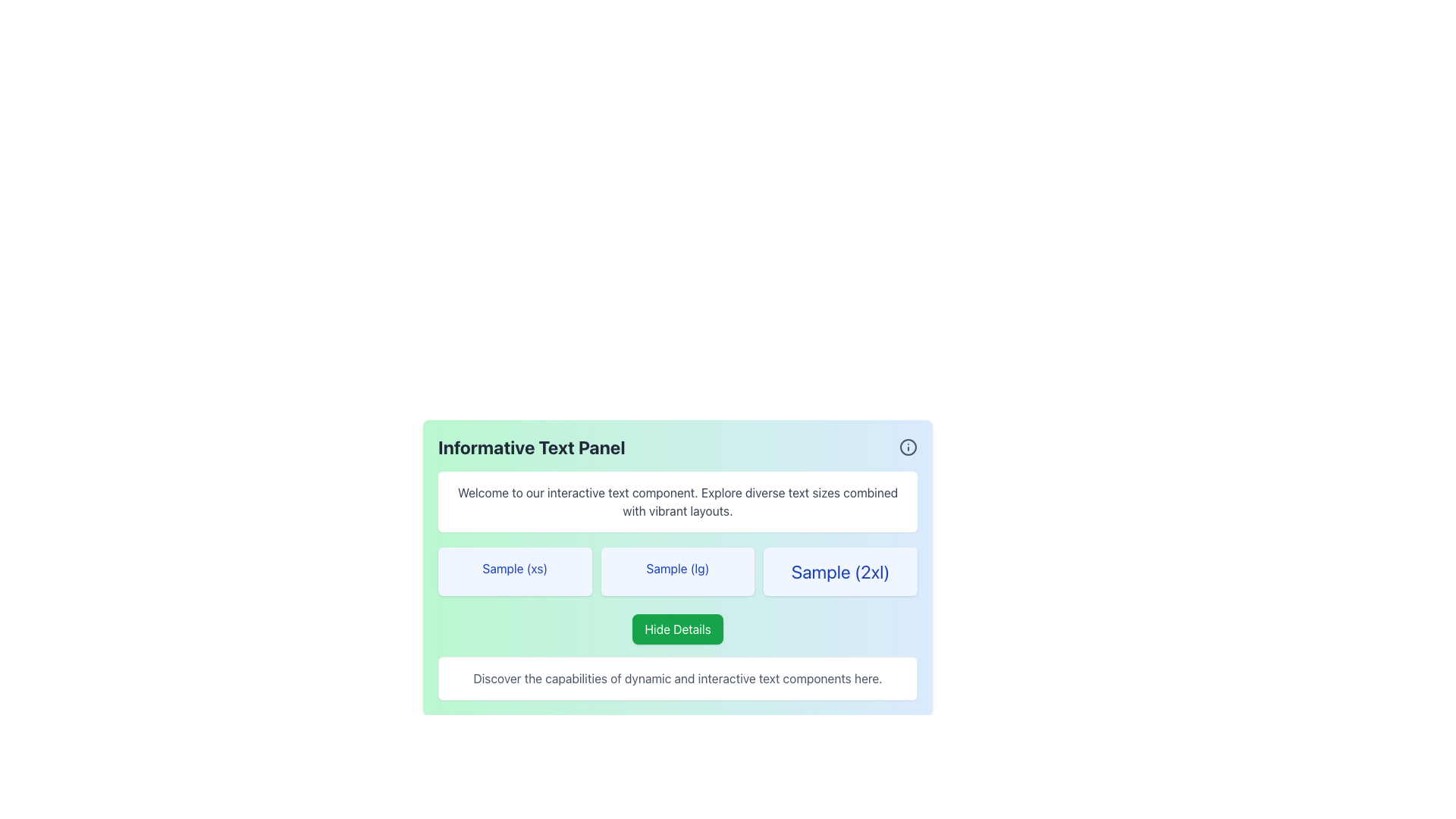  Describe the element at coordinates (515, 571) in the screenshot. I see `the Text Display Component which is the first item in the grid layout of three elements in the 'Informative Text Panel'` at that location.